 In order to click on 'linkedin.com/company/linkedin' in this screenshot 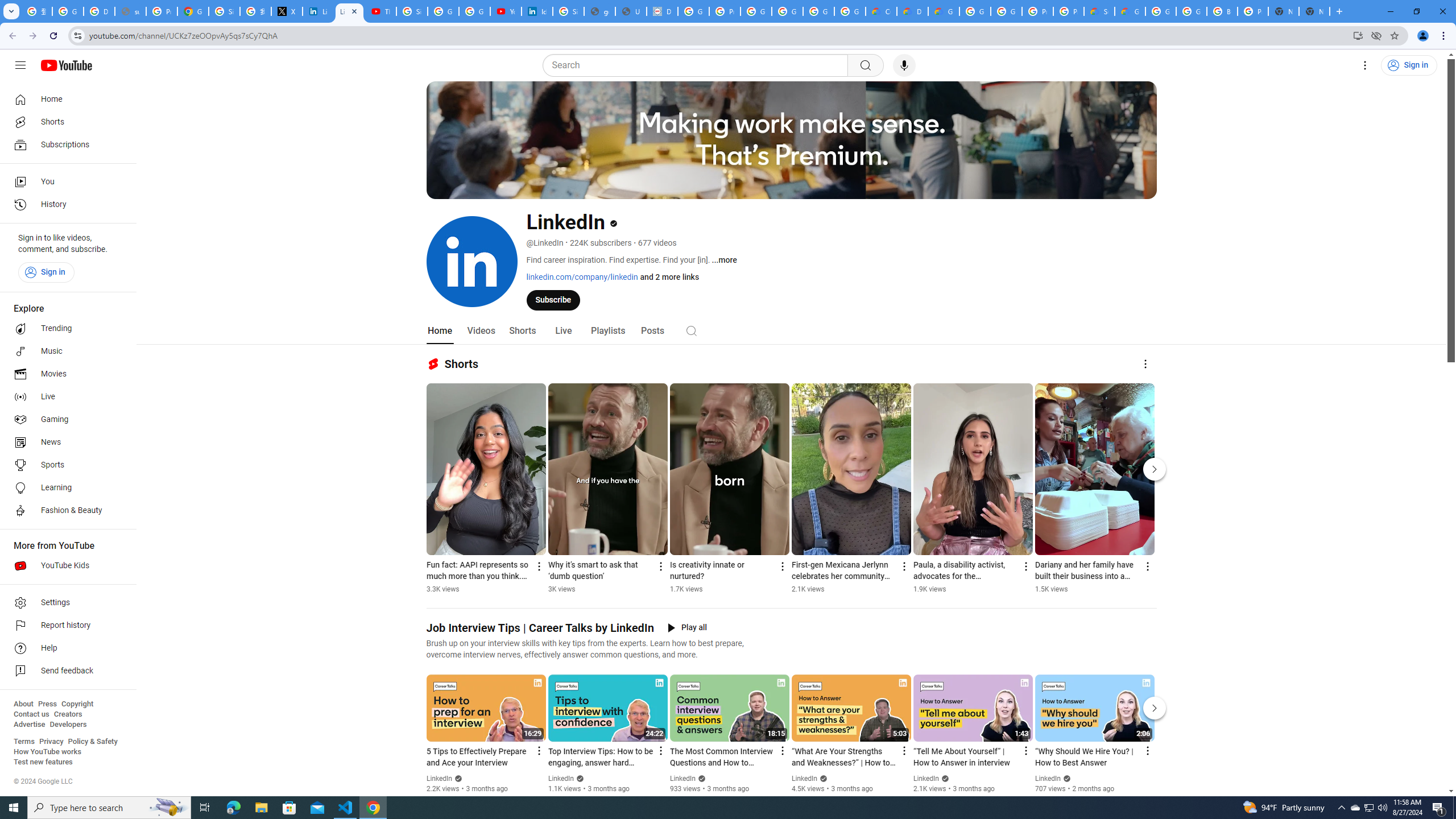, I will do `click(581, 276)`.